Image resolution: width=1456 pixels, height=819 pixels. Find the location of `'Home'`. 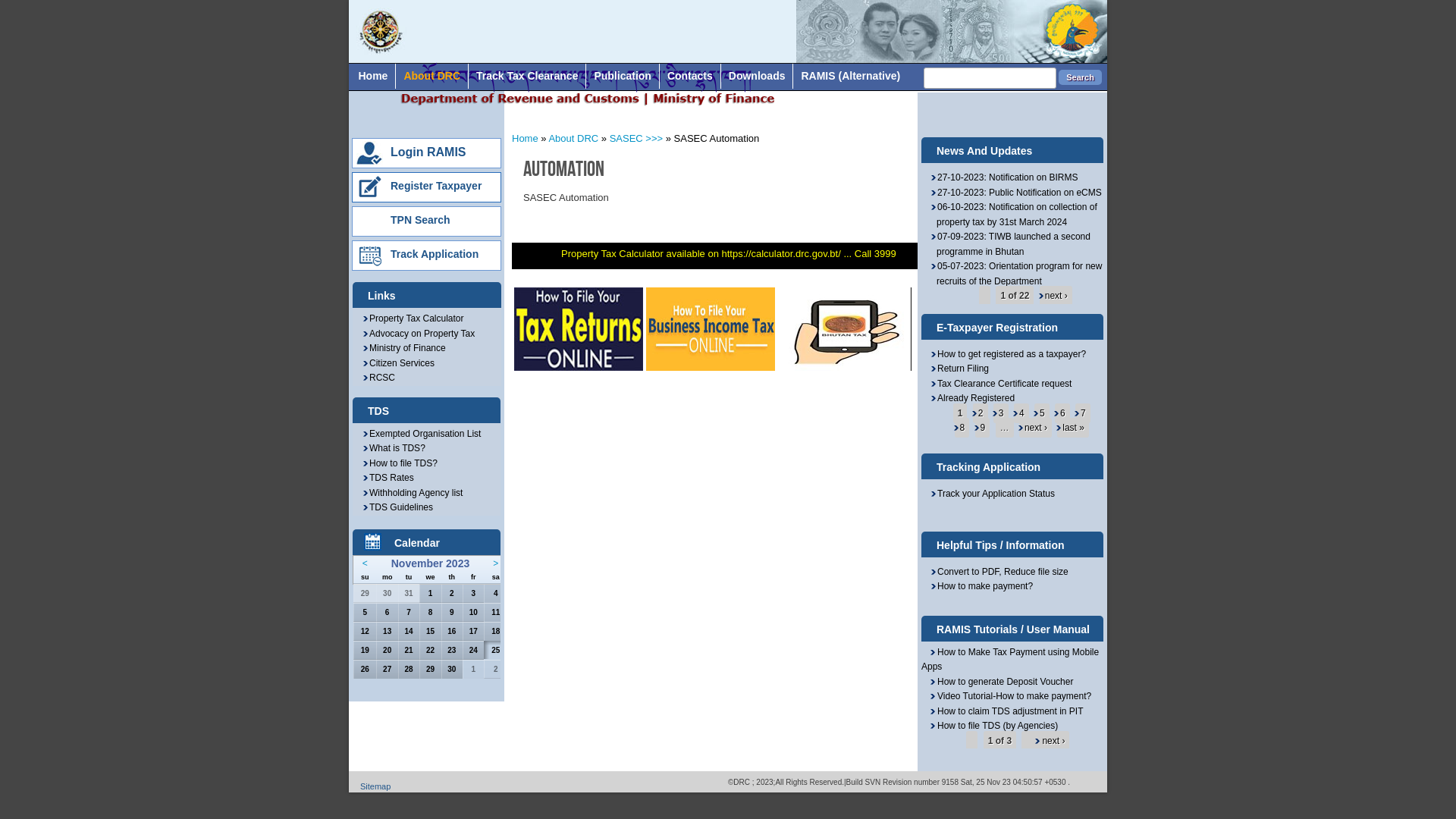

'Home' is located at coordinates (372, 76).